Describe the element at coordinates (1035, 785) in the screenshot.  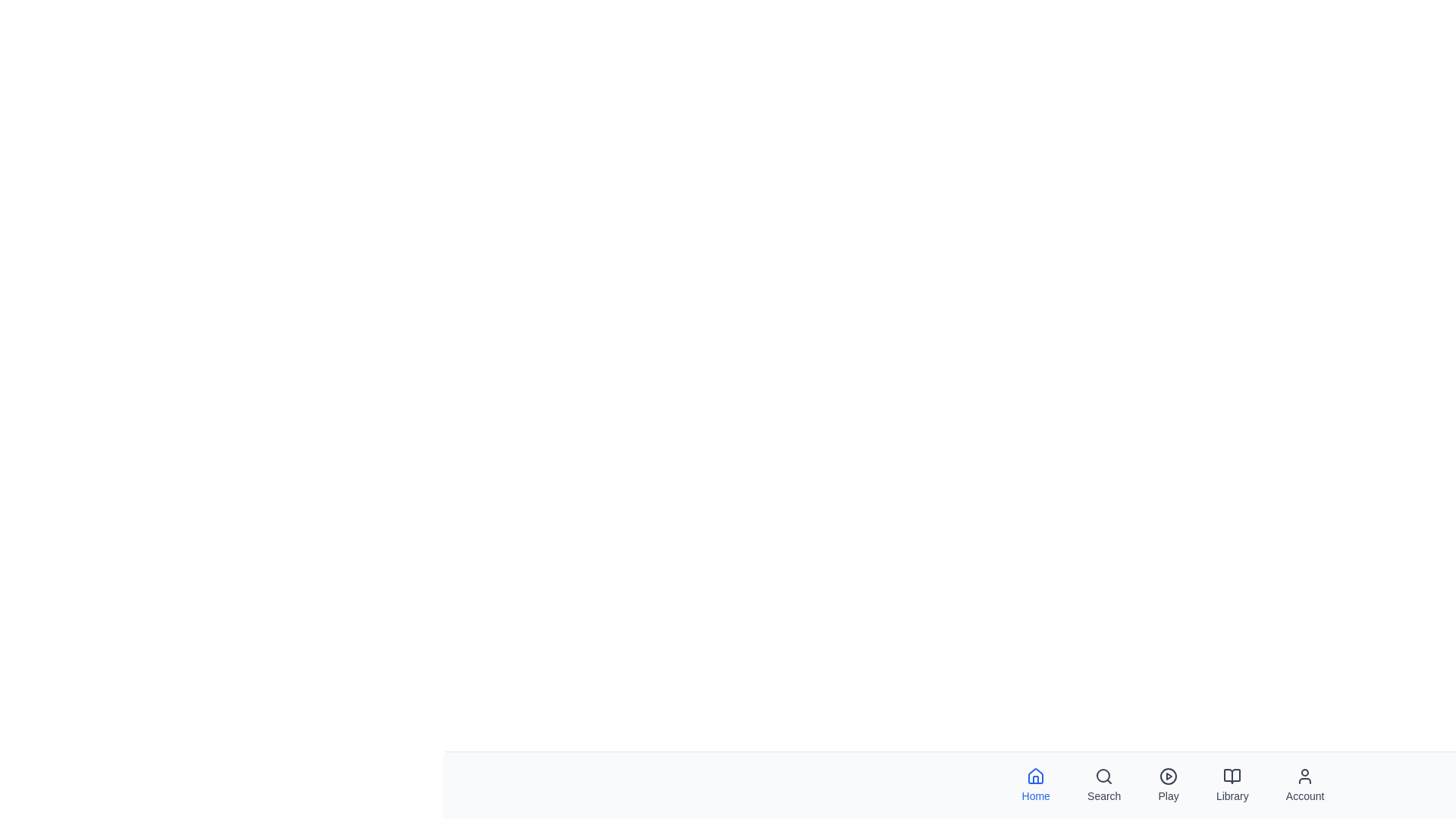
I see `the Home tab in the bottom navigation bar` at that location.